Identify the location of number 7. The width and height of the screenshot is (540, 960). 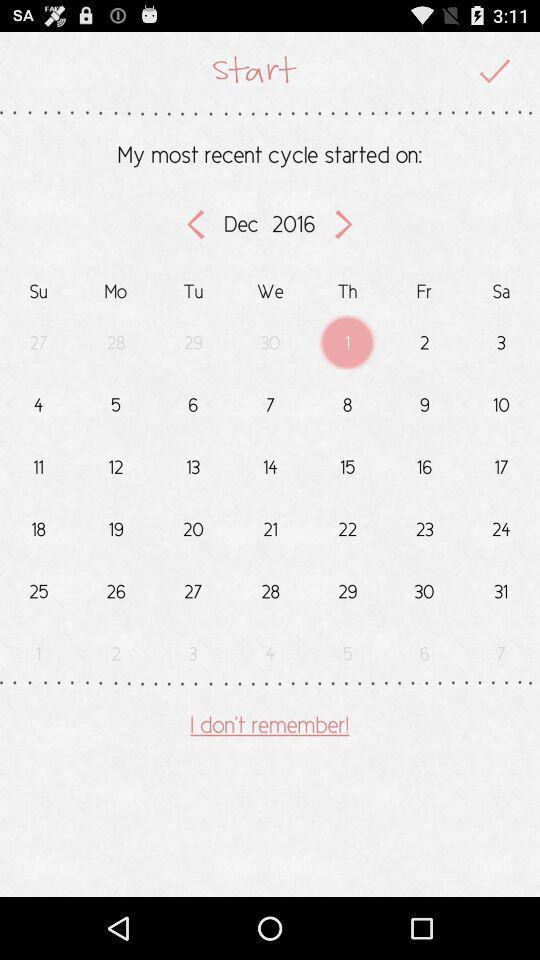
(270, 399).